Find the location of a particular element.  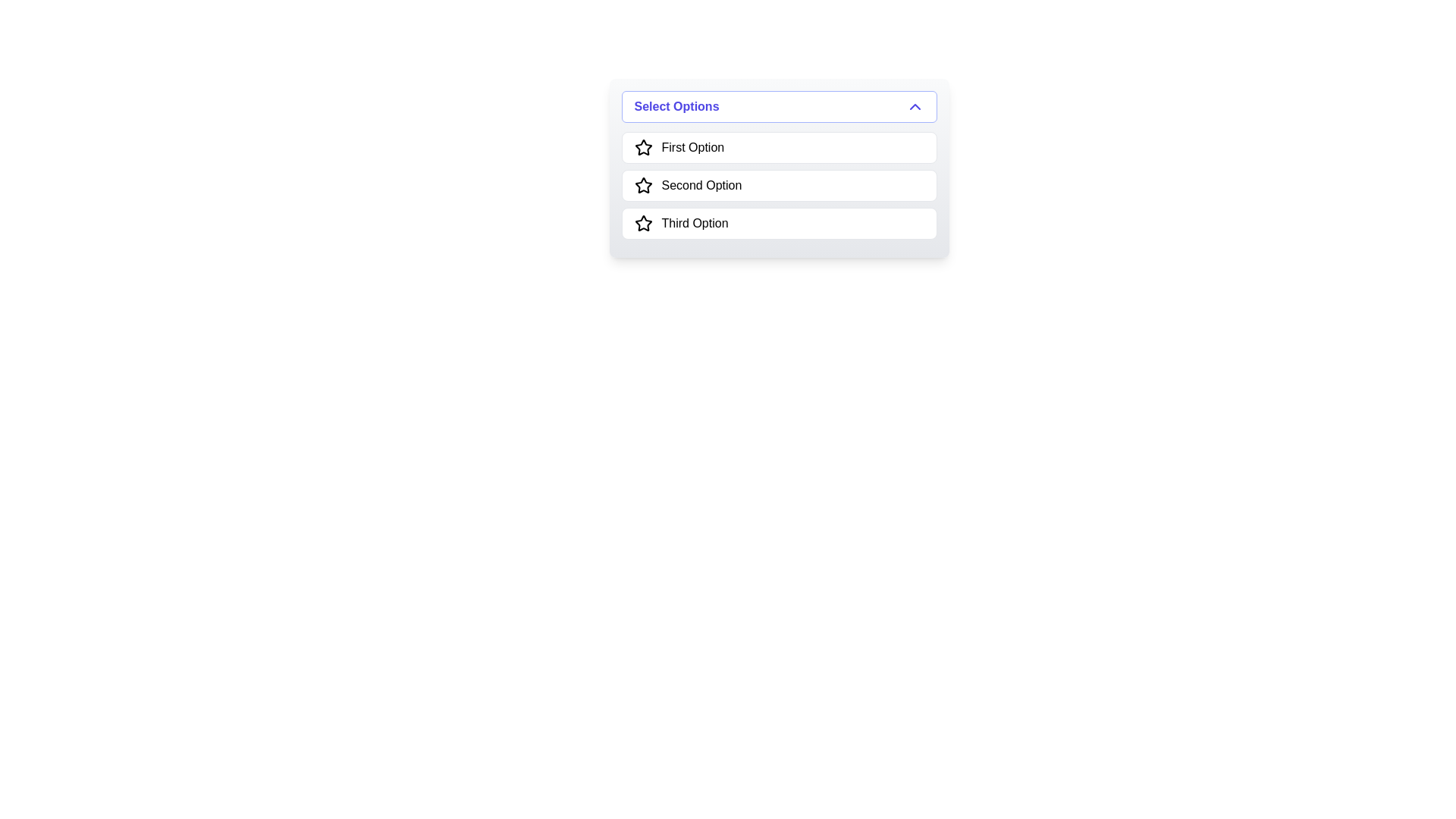

text from the 'Second Option' label, which is a selectable item in the list aligned to the right of a star icon is located at coordinates (701, 185).